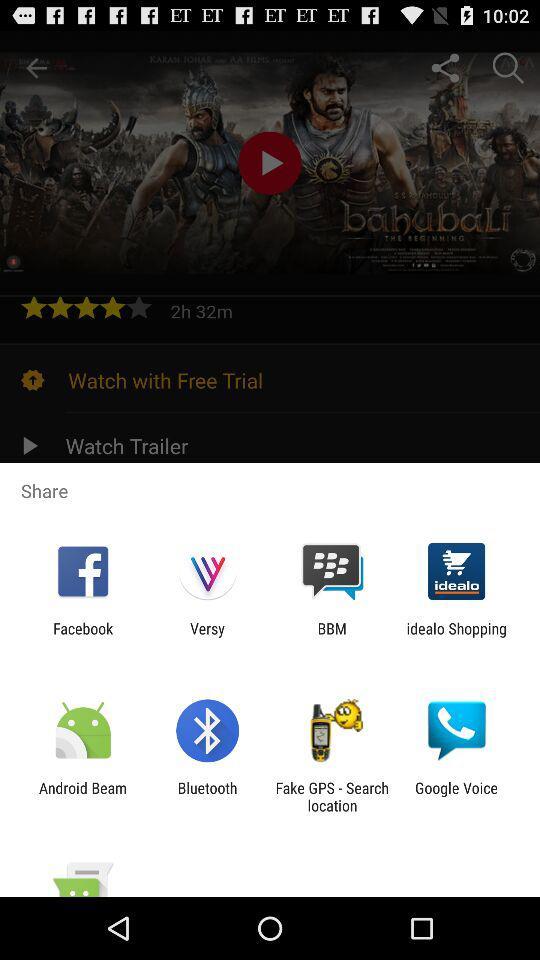 This screenshot has height=960, width=540. What do you see at coordinates (82, 796) in the screenshot?
I see `android beam` at bounding box center [82, 796].